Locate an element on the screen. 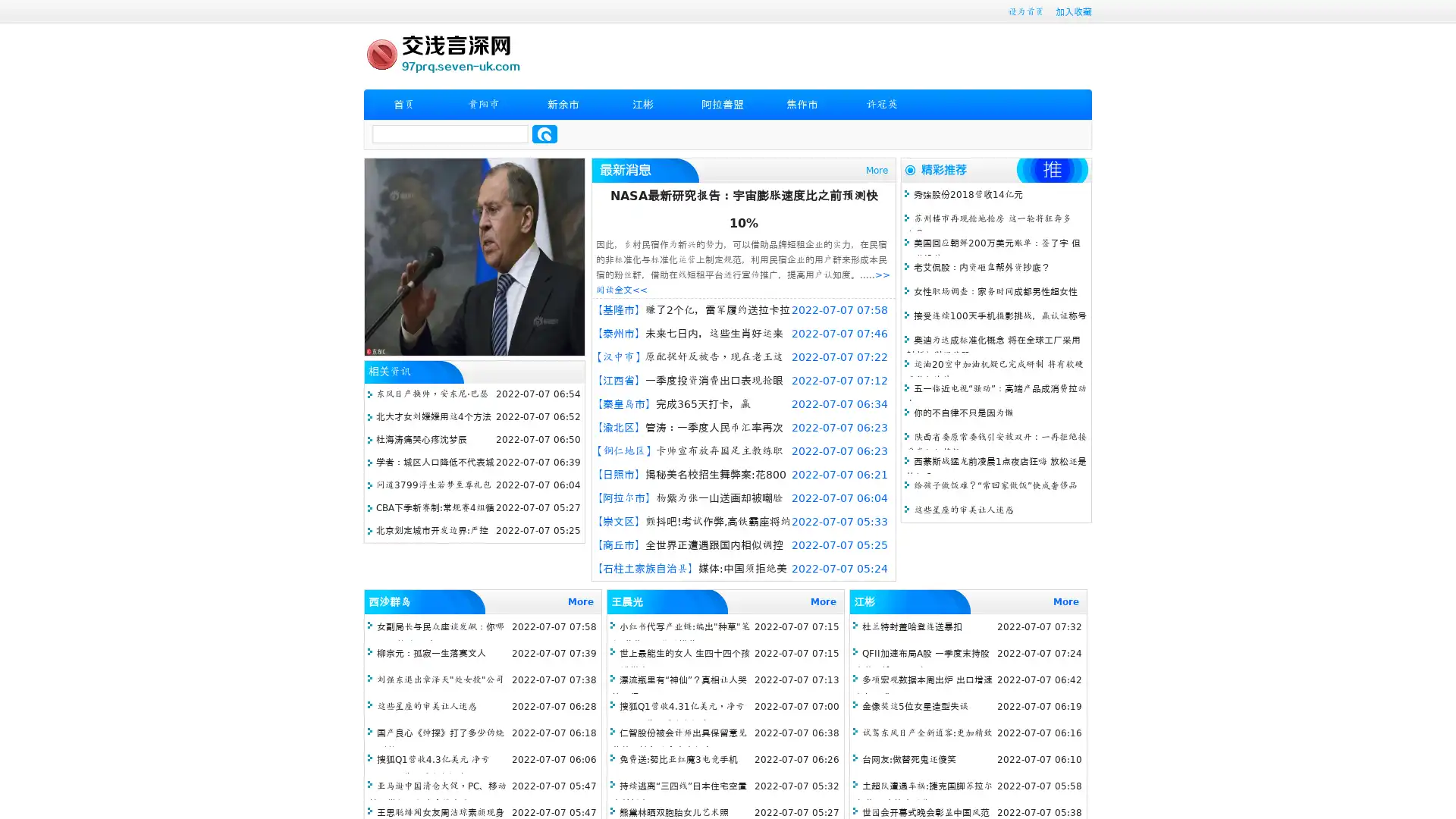 The image size is (1456, 819). Search is located at coordinates (544, 133).